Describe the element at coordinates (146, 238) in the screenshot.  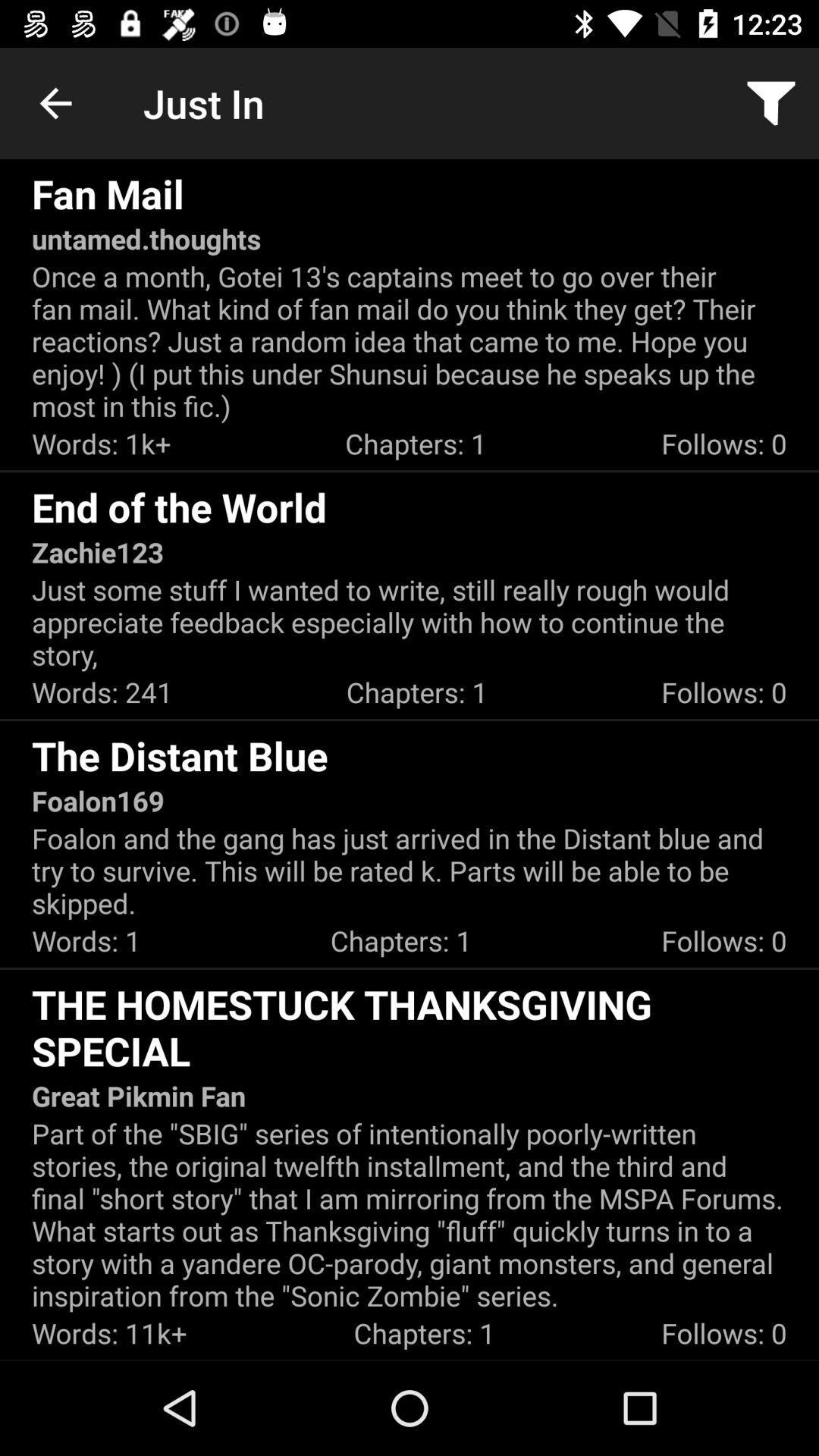
I see `the untamed.thoughts` at that location.